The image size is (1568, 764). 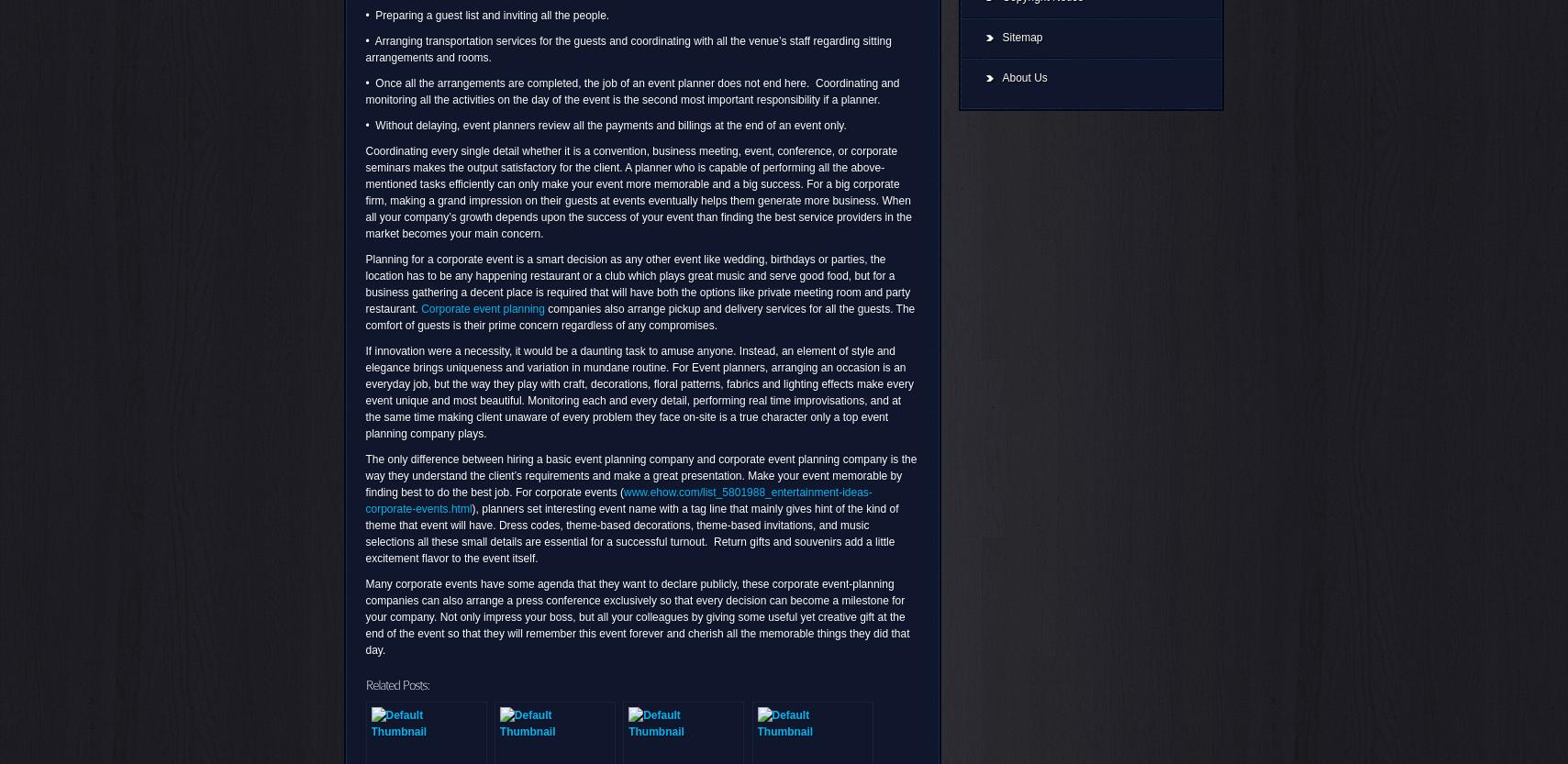 I want to click on '•  Once all the arrangements are completed, the job of an event planner does not end here.  Coordinating and monitoring all the activities on the day of the event is the second most important responsibility if a planner.', so click(x=631, y=90).